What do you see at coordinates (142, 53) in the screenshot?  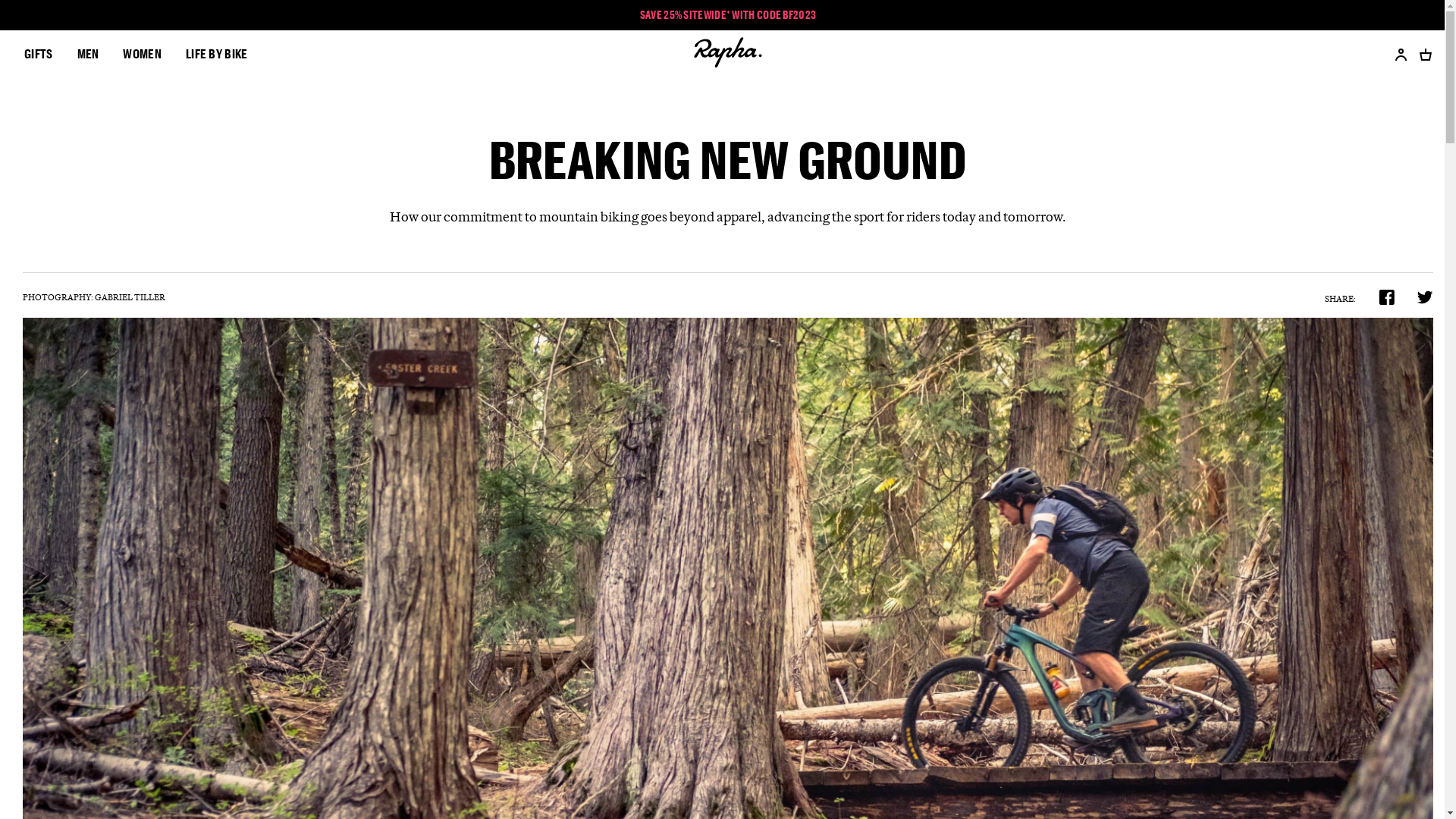 I see `'WOMEN'` at bounding box center [142, 53].